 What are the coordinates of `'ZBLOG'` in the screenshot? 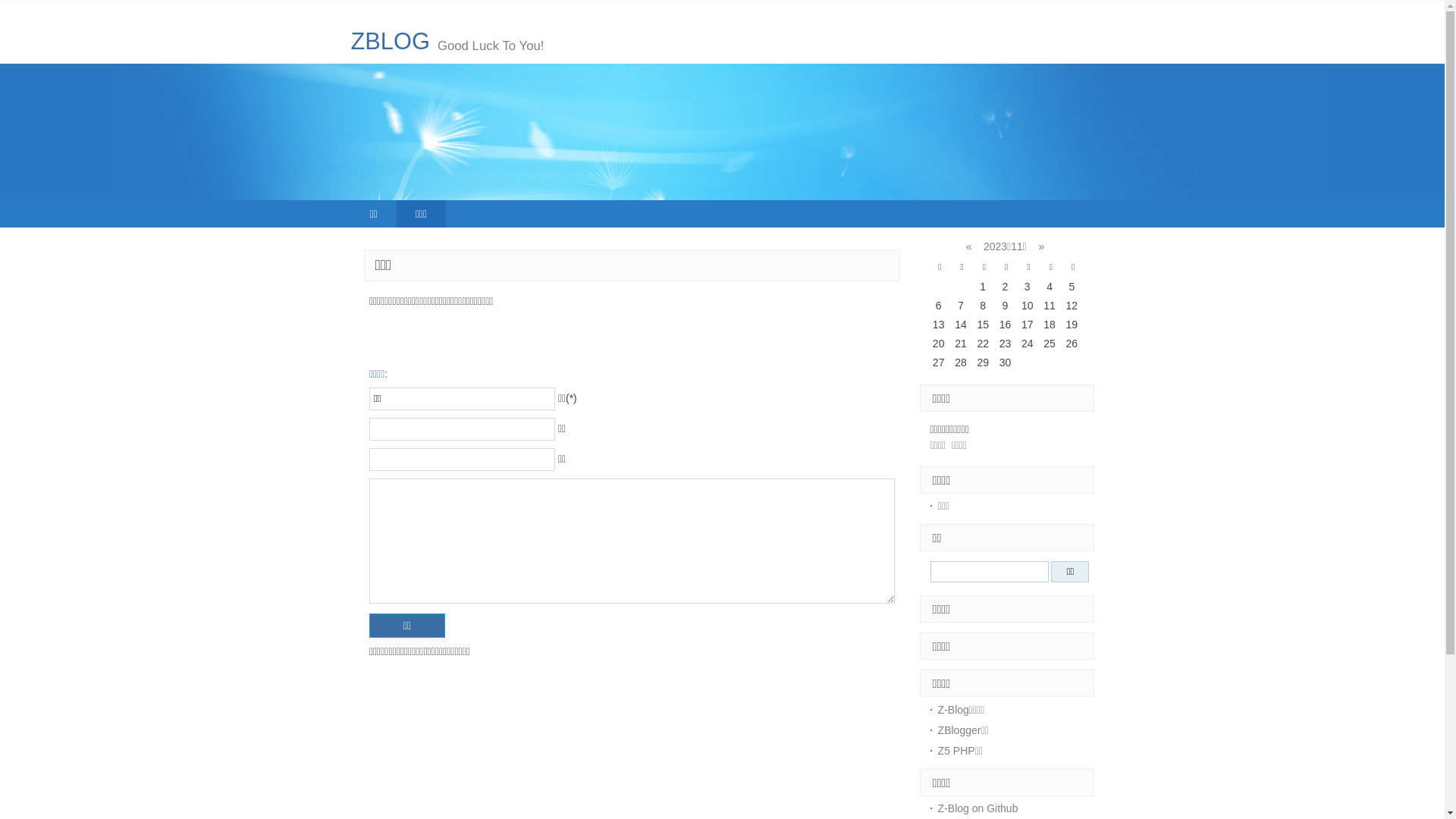 It's located at (389, 40).